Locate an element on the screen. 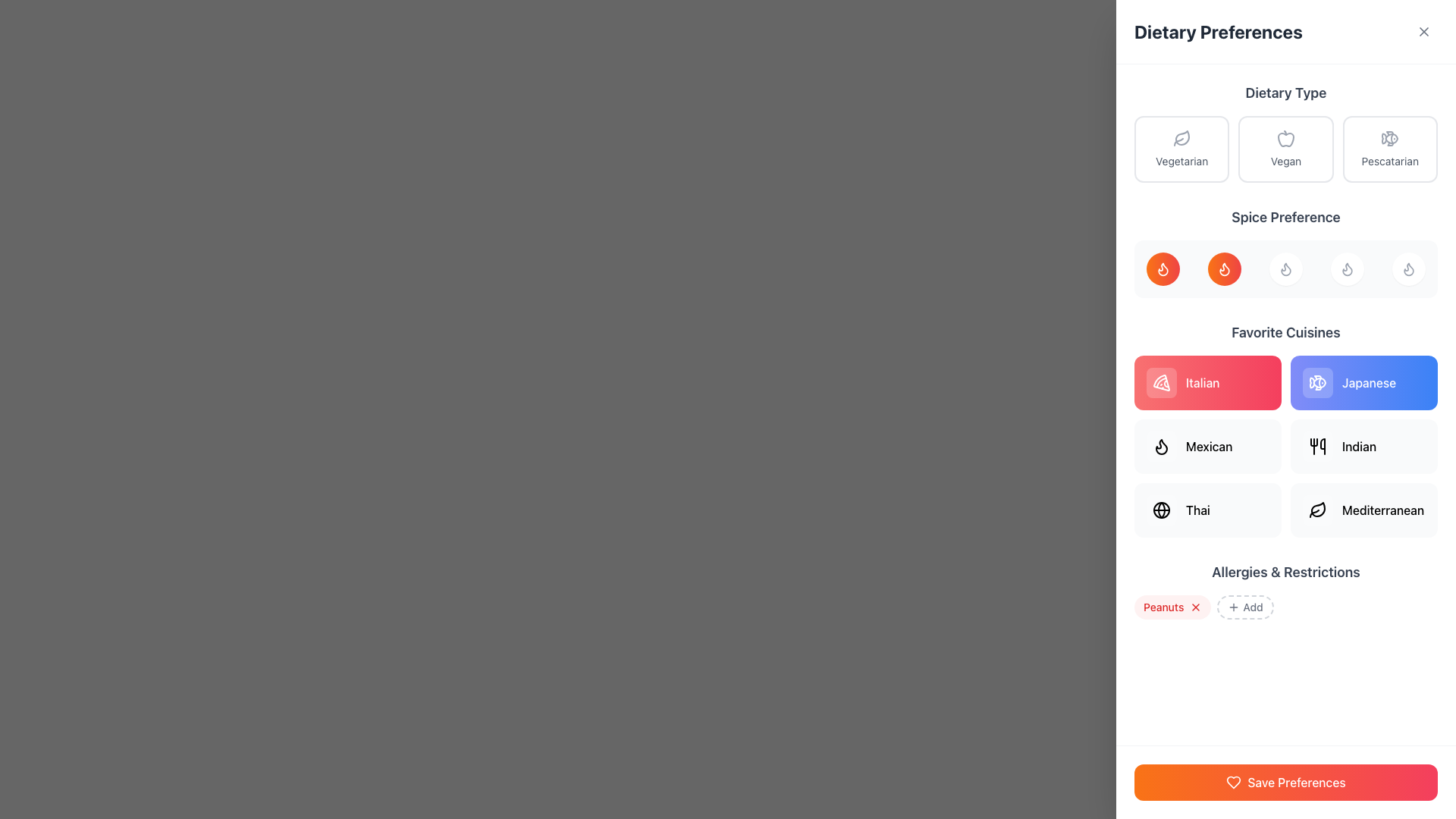 The width and height of the screenshot is (1456, 819). the first red-orange flame-shaped icon in the 'Spice Preference' section is located at coordinates (1163, 268).